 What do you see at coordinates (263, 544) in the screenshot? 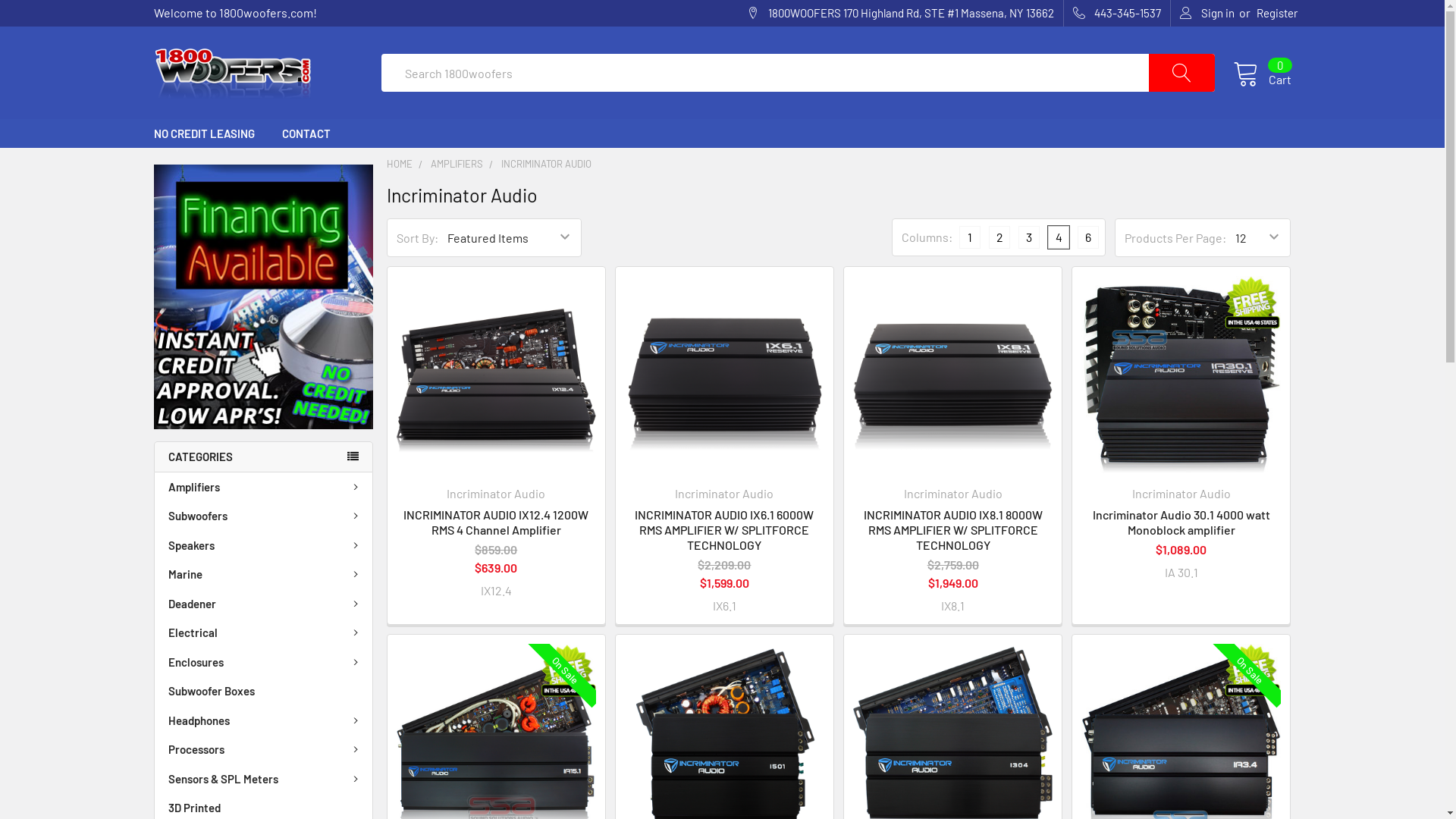
I see `'Speakers'` at bounding box center [263, 544].